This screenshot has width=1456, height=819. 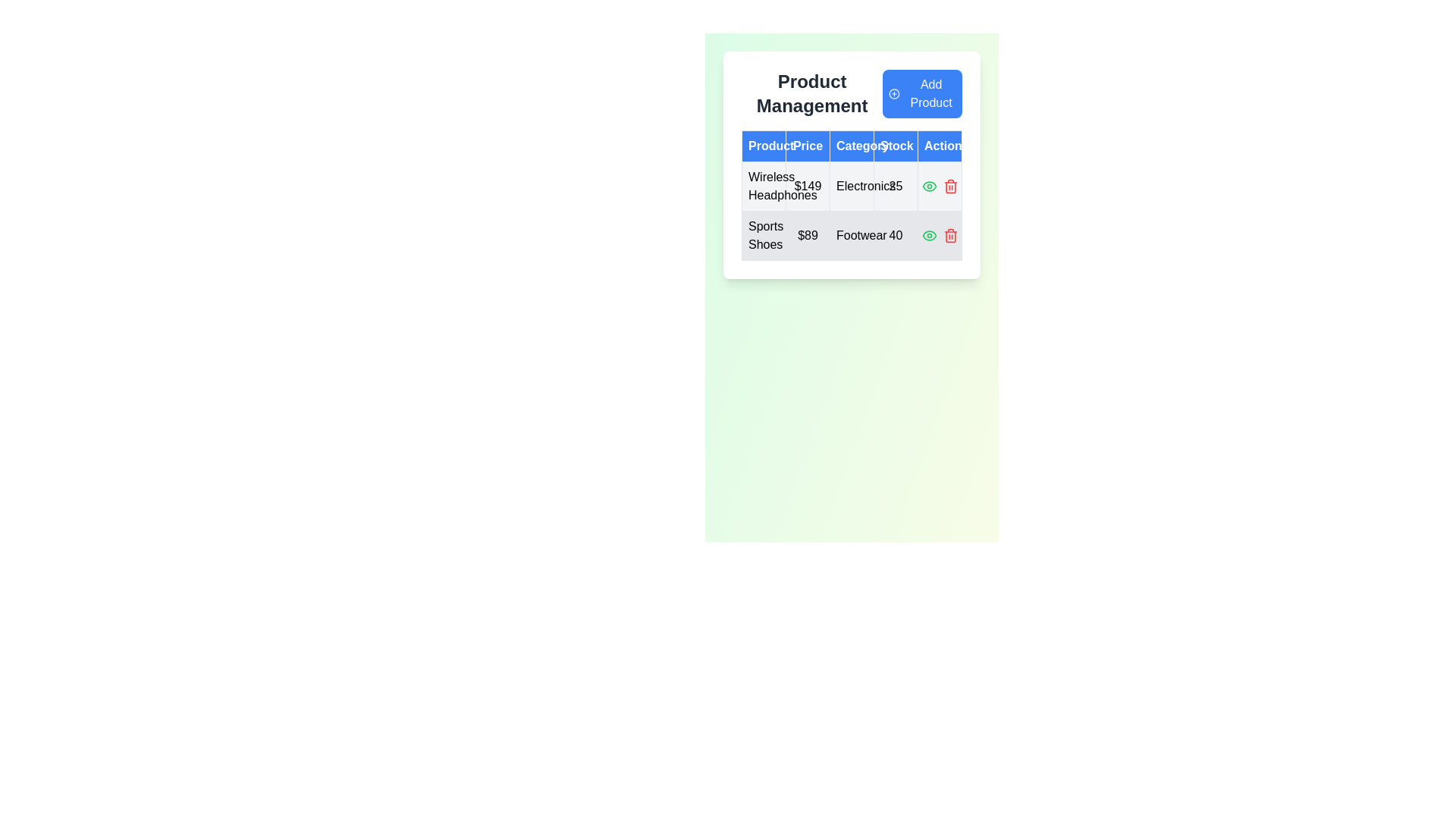 I want to click on the 'Category' column in the table, which is the third column located between the 'Price' and 'Stock' columns, so click(x=852, y=165).